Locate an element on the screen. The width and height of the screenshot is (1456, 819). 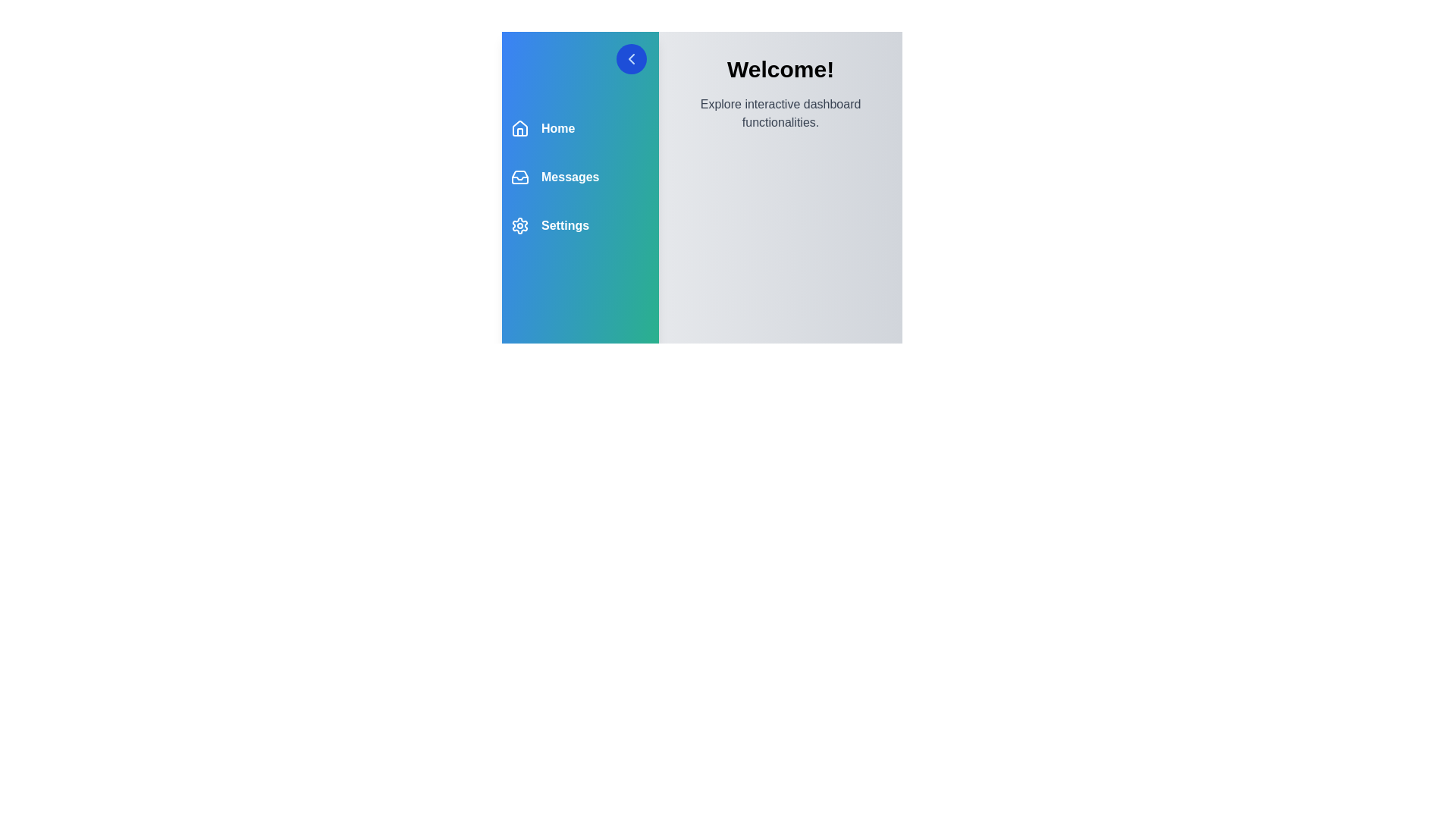
the navigation button located at the top-right corner of the left sidebar is located at coordinates (632, 58).